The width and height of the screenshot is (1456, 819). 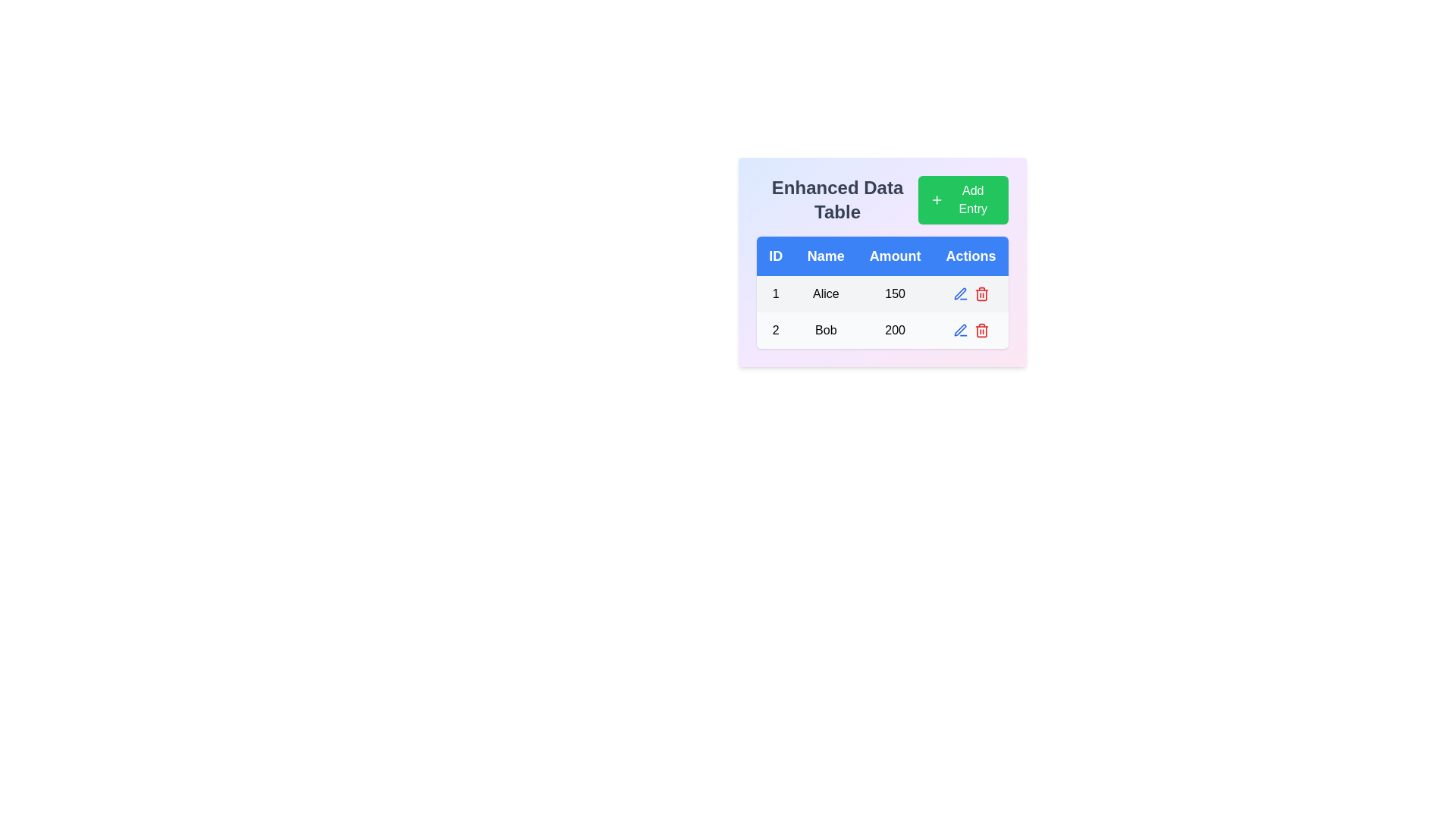 What do you see at coordinates (959, 293) in the screenshot?
I see `the edit button icon in the Actions column of the second row` at bounding box center [959, 293].